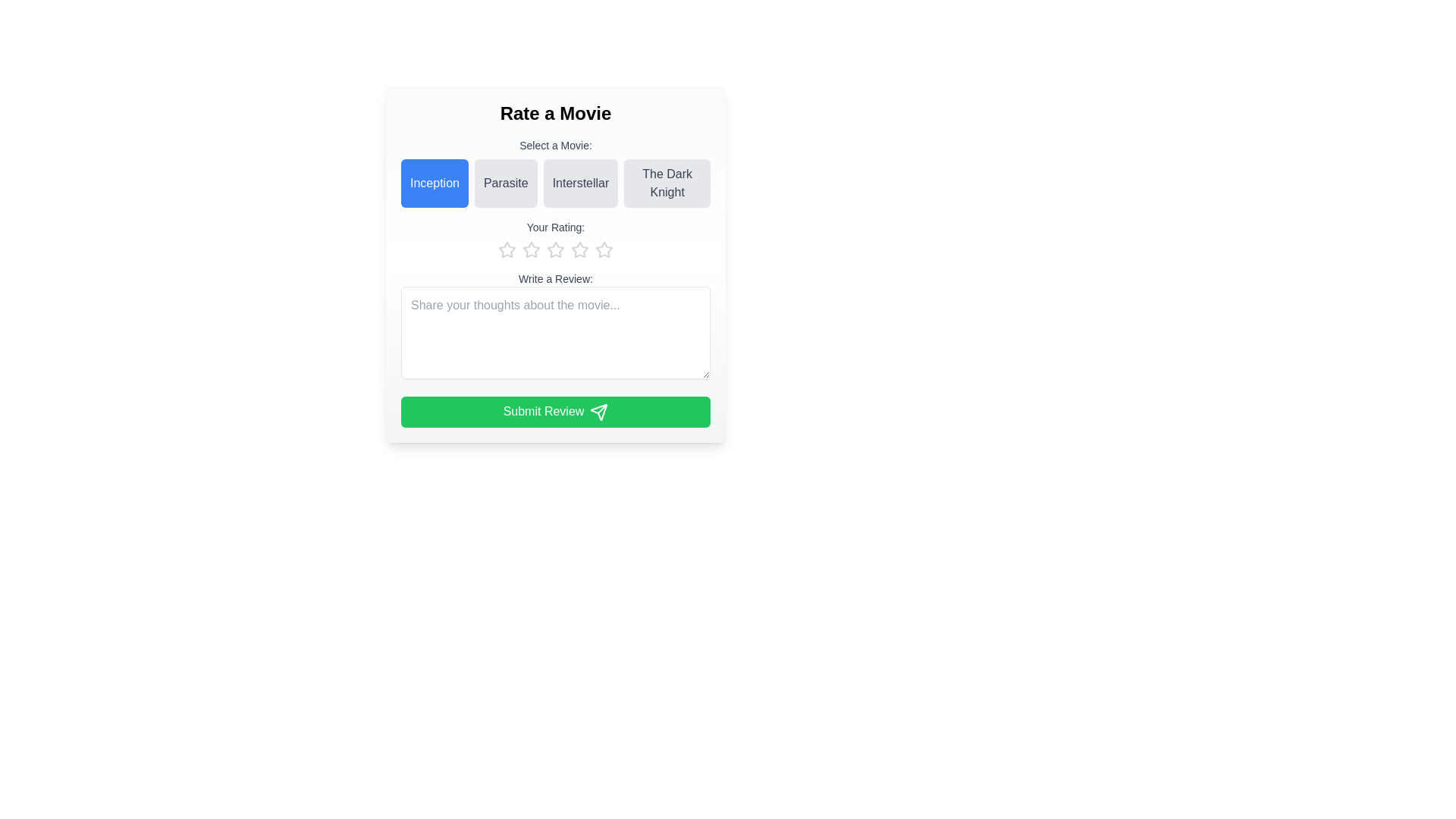 The width and height of the screenshot is (1456, 819). What do you see at coordinates (598, 412) in the screenshot?
I see `the submission icon located inside the 'Submit Review' button` at bounding box center [598, 412].